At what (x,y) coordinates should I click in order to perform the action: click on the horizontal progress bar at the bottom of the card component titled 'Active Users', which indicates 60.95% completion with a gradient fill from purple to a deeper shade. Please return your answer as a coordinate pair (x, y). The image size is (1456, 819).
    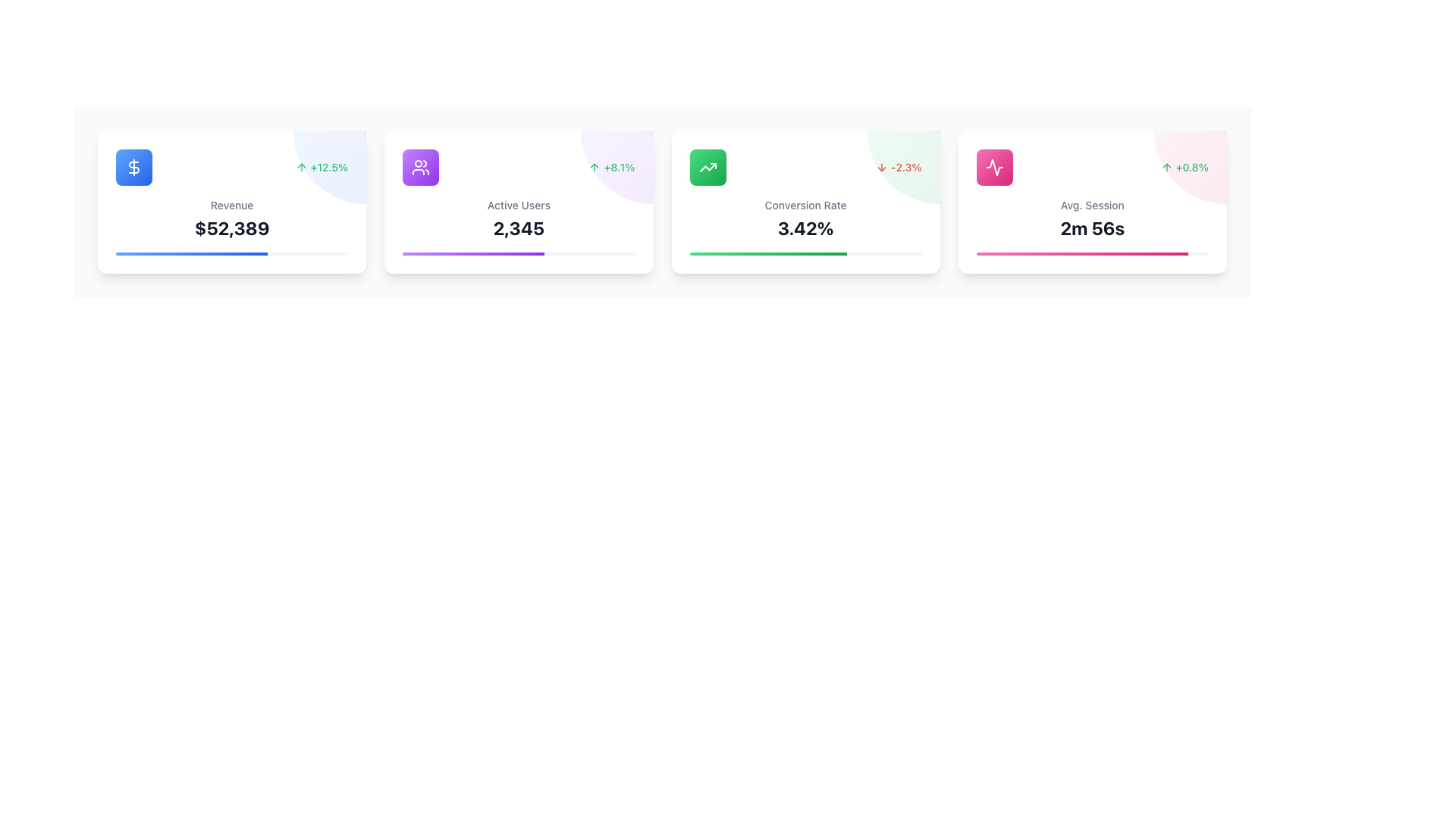
    Looking at the image, I should click on (519, 253).